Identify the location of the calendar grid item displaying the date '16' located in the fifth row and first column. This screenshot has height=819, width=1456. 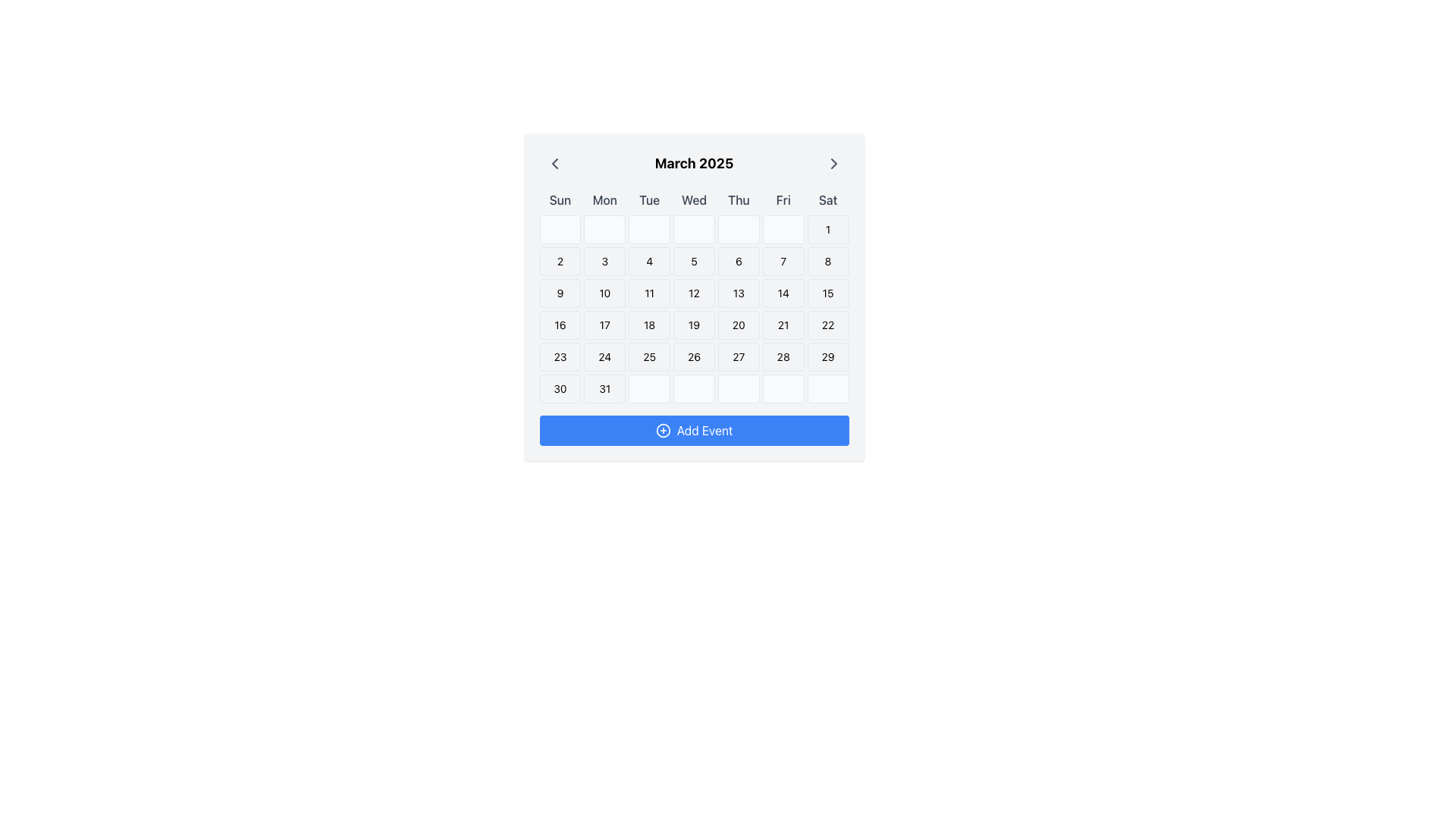
(560, 324).